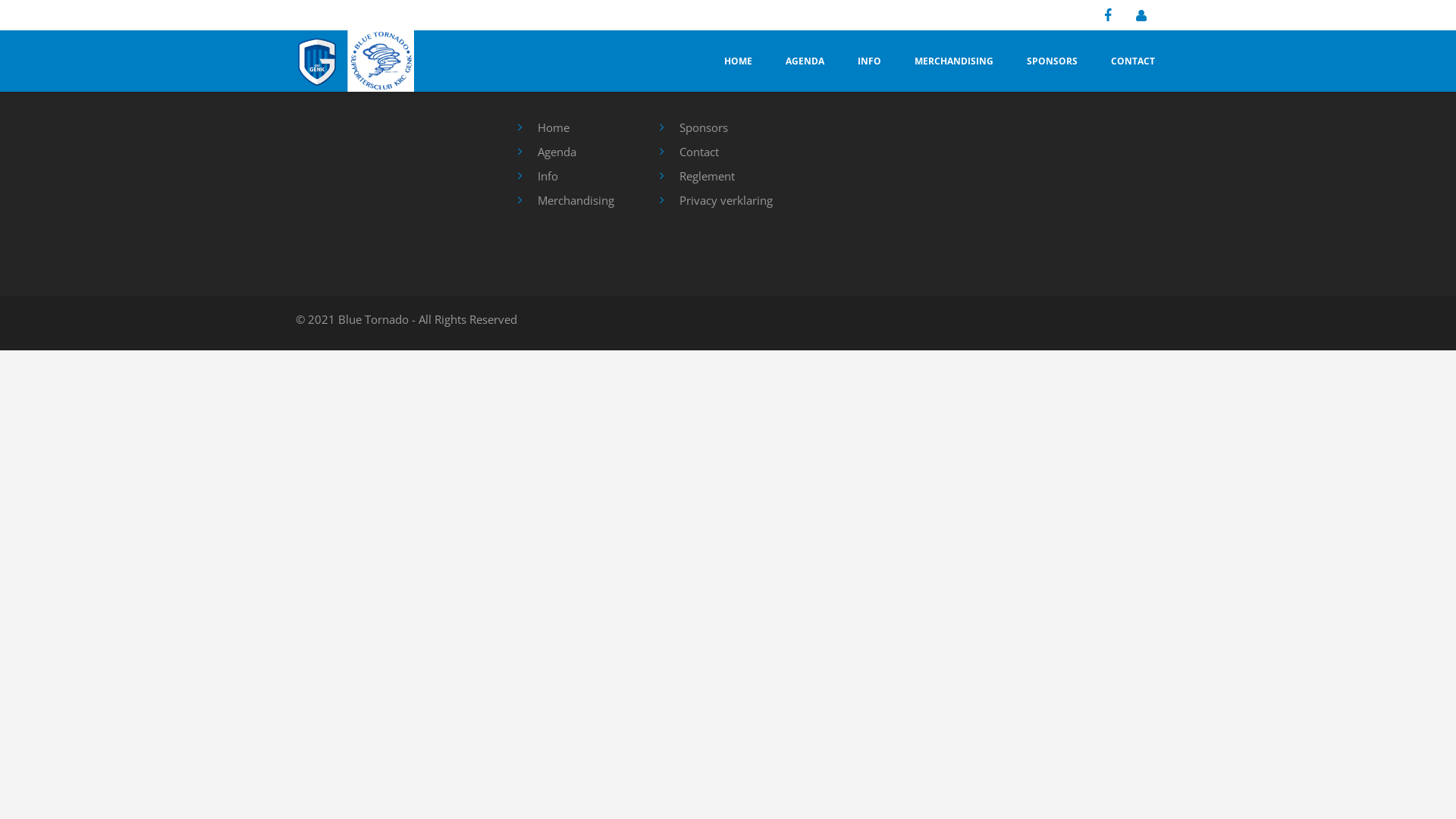 The height and width of the screenshot is (819, 1456). What do you see at coordinates (725, 199) in the screenshot?
I see `'Privacy verklaring'` at bounding box center [725, 199].